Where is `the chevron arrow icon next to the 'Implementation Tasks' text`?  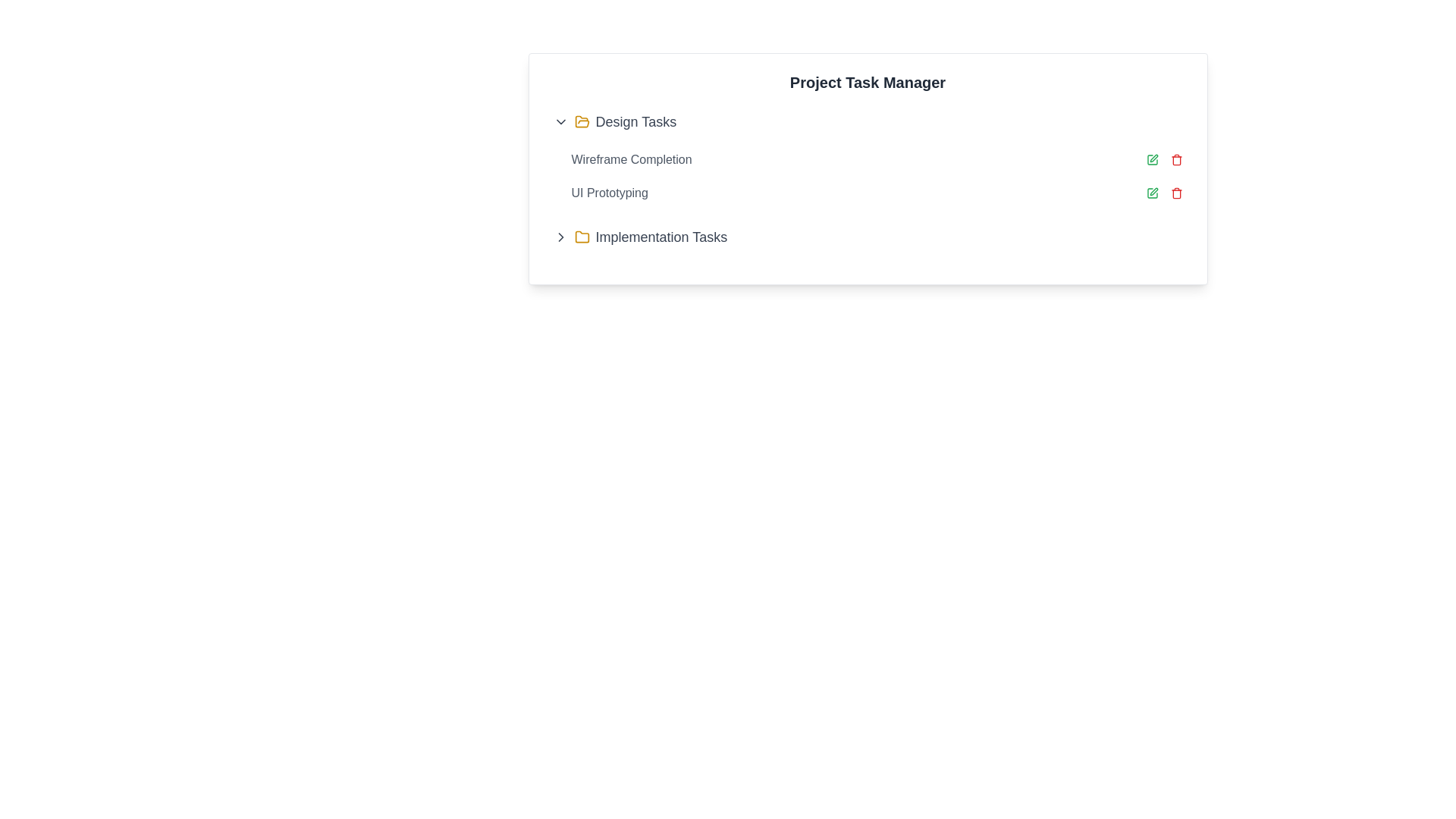 the chevron arrow icon next to the 'Implementation Tasks' text is located at coordinates (560, 237).